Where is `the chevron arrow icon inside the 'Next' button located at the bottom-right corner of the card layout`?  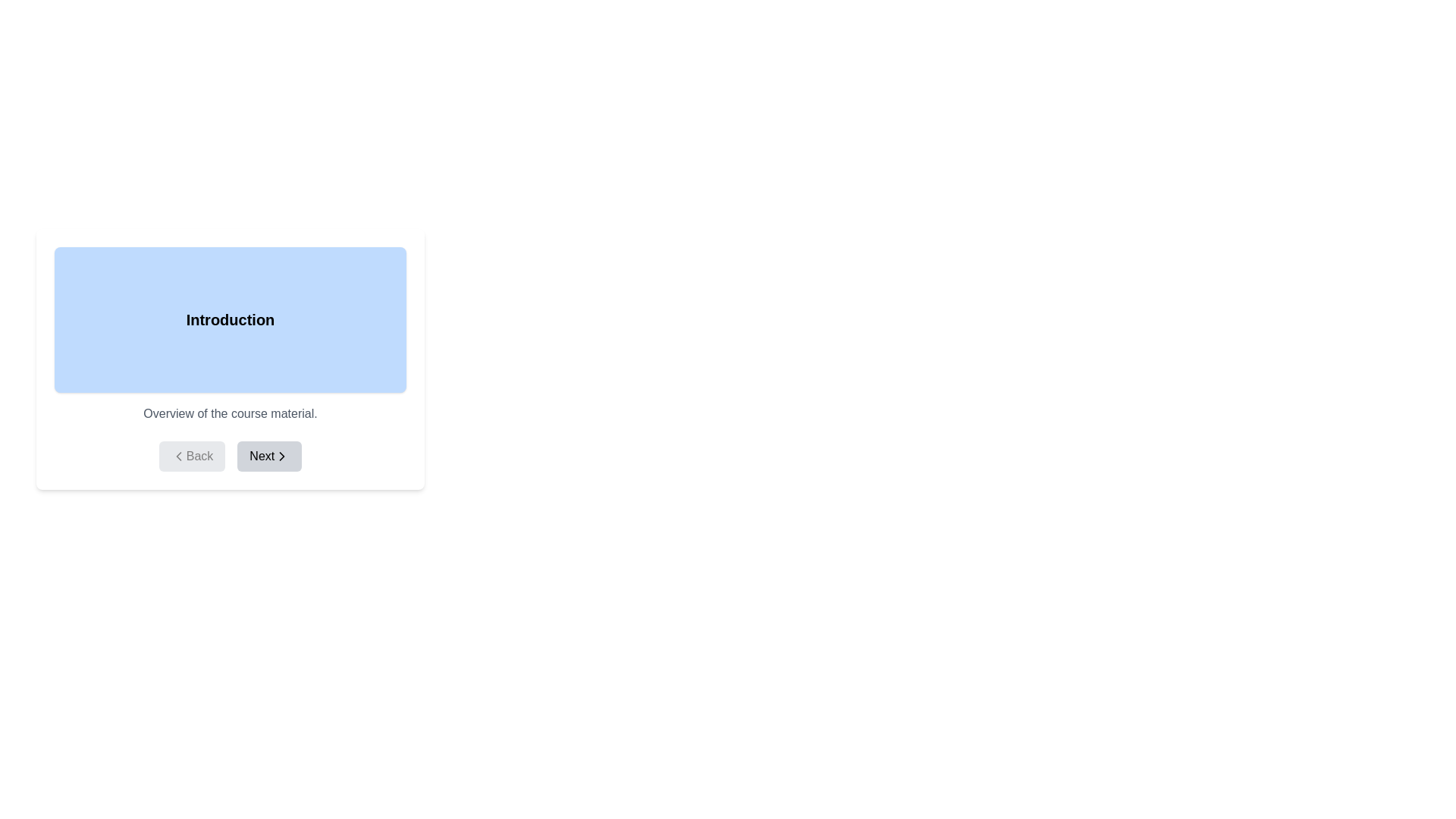
the chevron arrow icon inside the 'Next' button located at the bottom-right corner of the card layout is located at coordinates (282, 455).